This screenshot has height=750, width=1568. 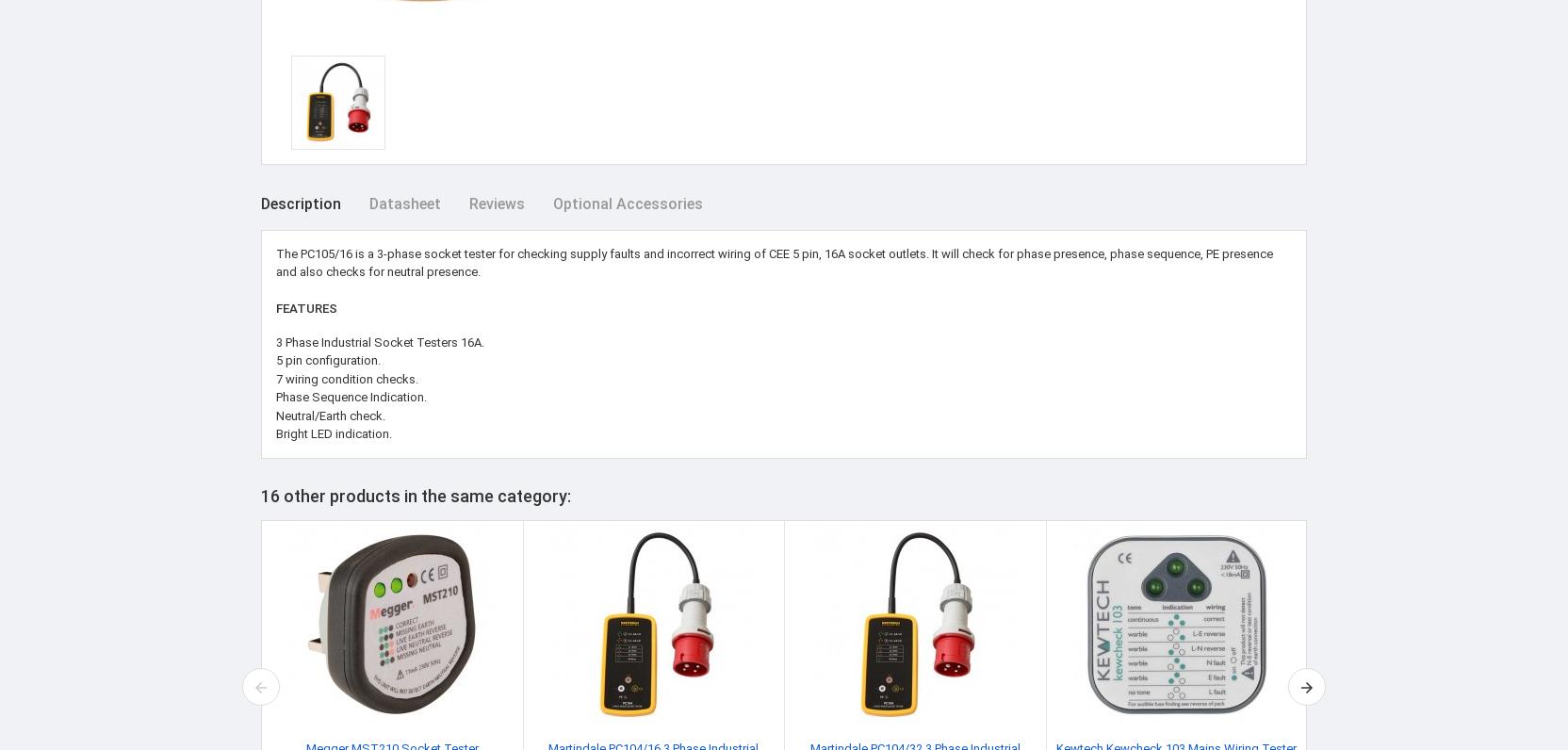 I want to click on '16 other products in the same category:', so click(x=415, y=495).